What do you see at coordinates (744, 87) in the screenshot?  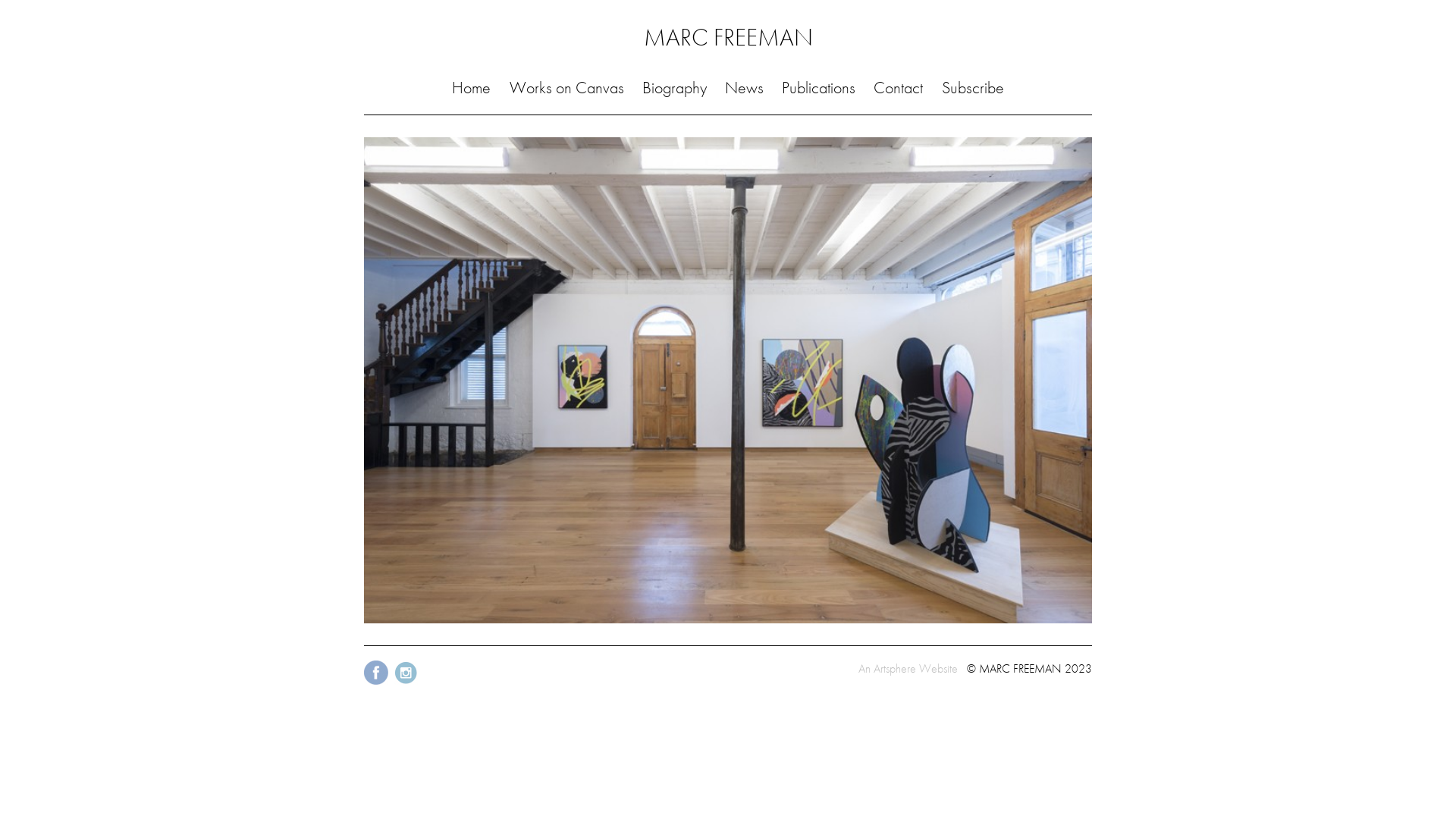 I see `'News'` at bounding box center [744, 87].